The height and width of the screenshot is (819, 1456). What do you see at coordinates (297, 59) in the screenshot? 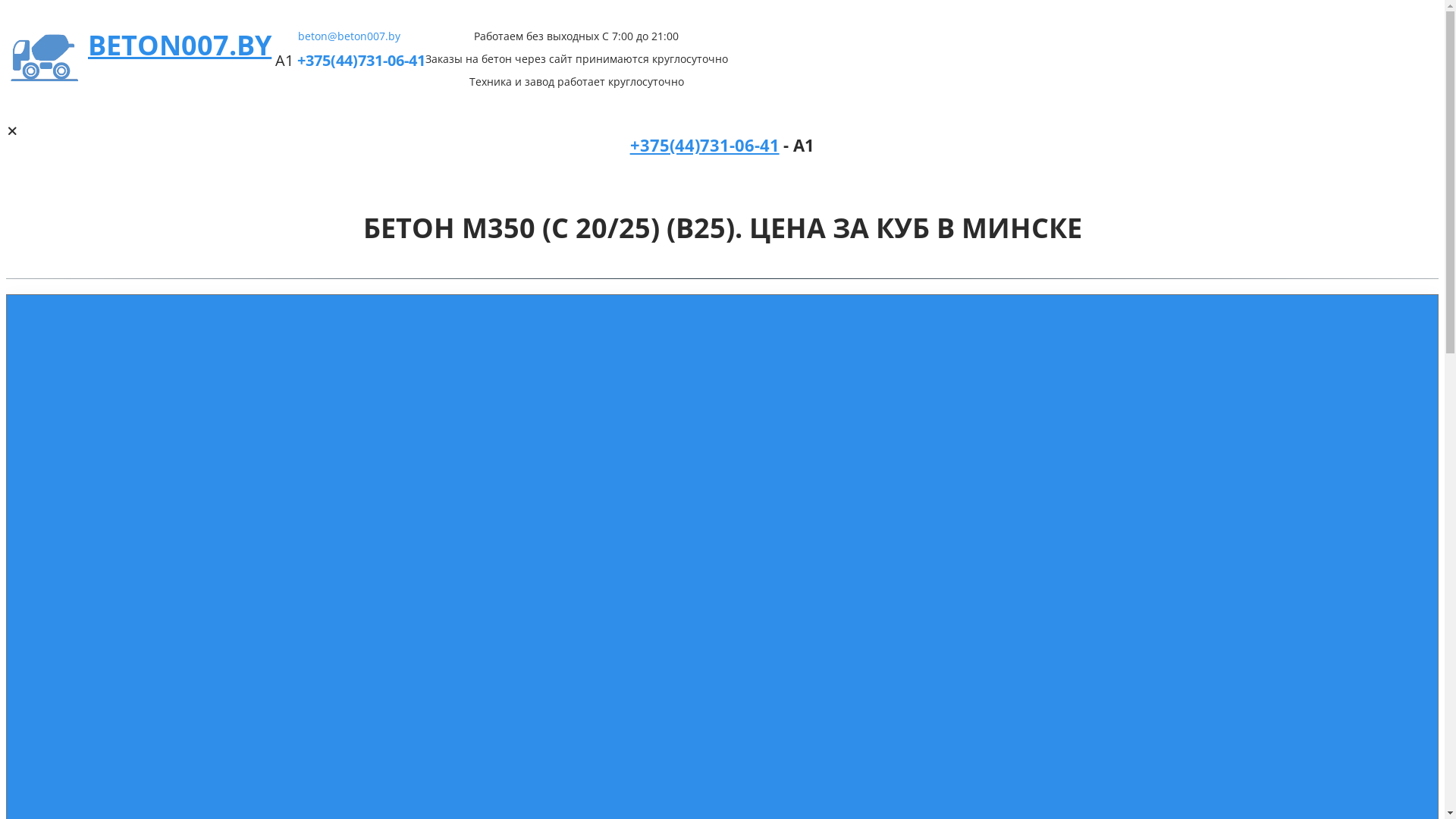
I see `'+375(44)731-06-41'` at bounding box center [297, 59].